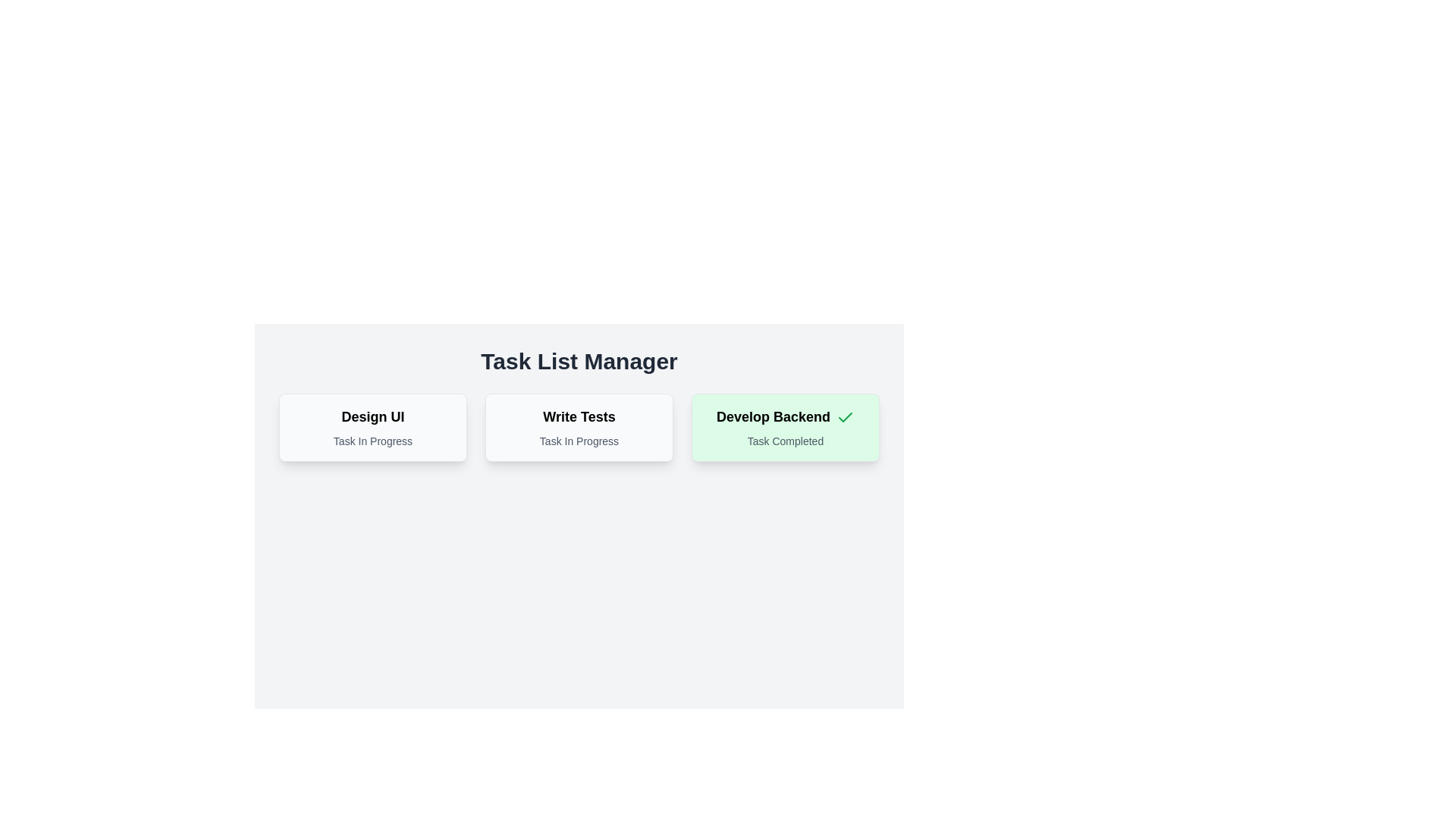  What do you see at coordinates (786, 441) in the screenshot?
I see `the static text label indicating task completion at the bottom of the green-highlighted 'Develop Backend' task card` at bounding box center [786, 441].